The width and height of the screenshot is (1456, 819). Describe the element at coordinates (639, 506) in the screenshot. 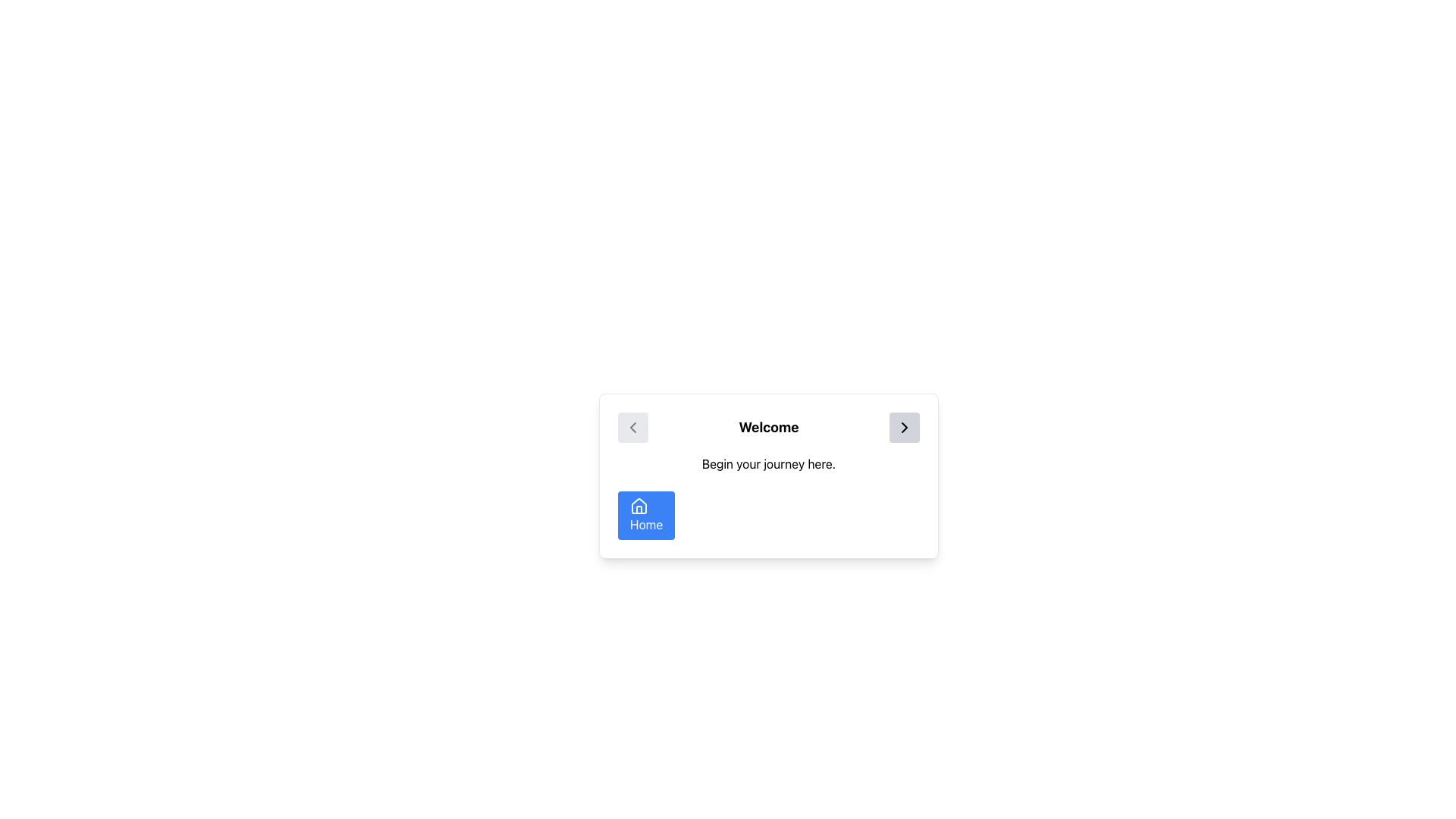

I see `the 'Home' button with the house icon` at that location.